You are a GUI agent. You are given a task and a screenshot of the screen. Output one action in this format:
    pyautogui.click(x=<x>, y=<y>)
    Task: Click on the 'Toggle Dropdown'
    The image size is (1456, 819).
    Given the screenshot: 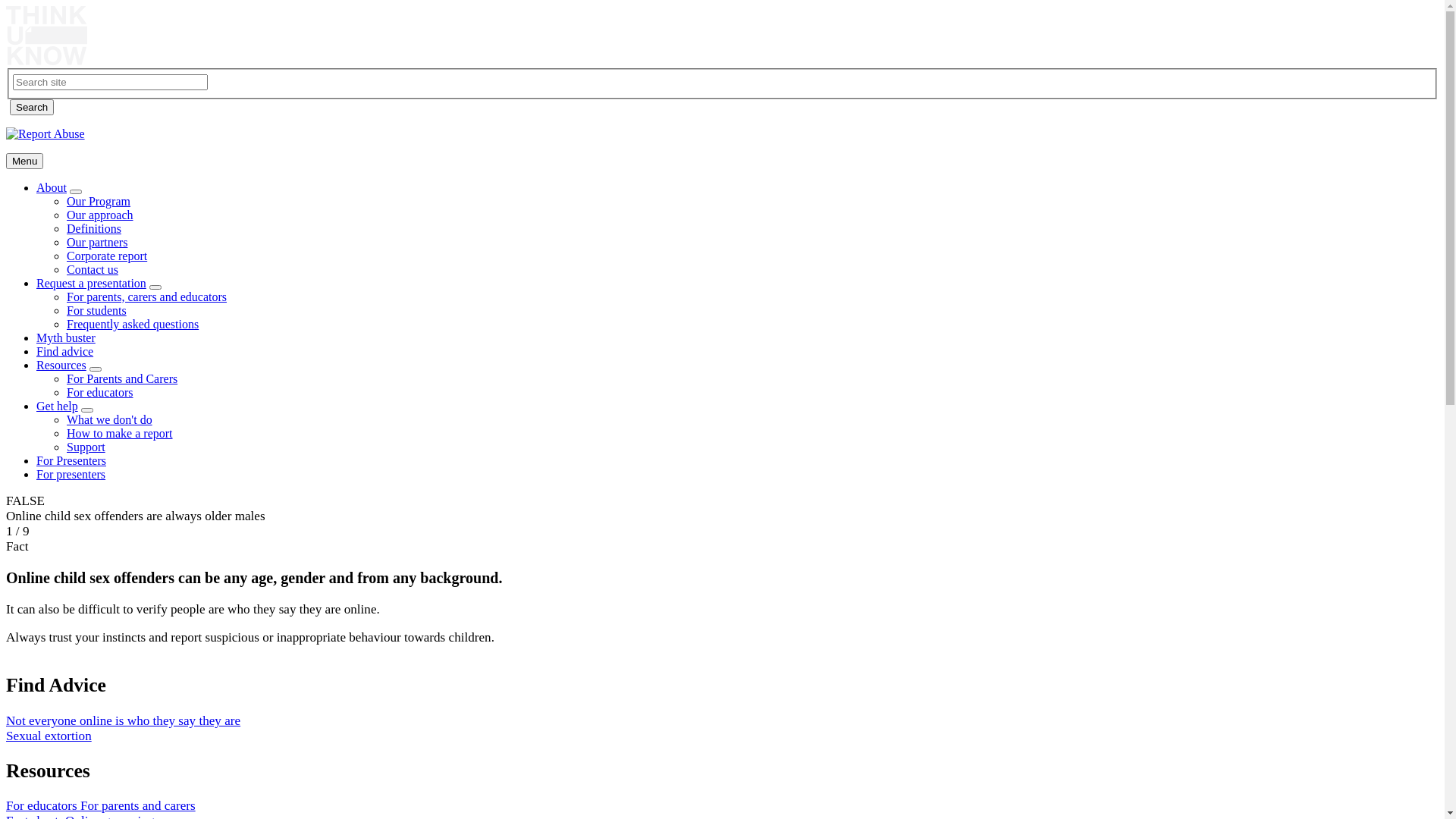 What is the action you would take?
    pyautogui.click(x=94, y=369)
    